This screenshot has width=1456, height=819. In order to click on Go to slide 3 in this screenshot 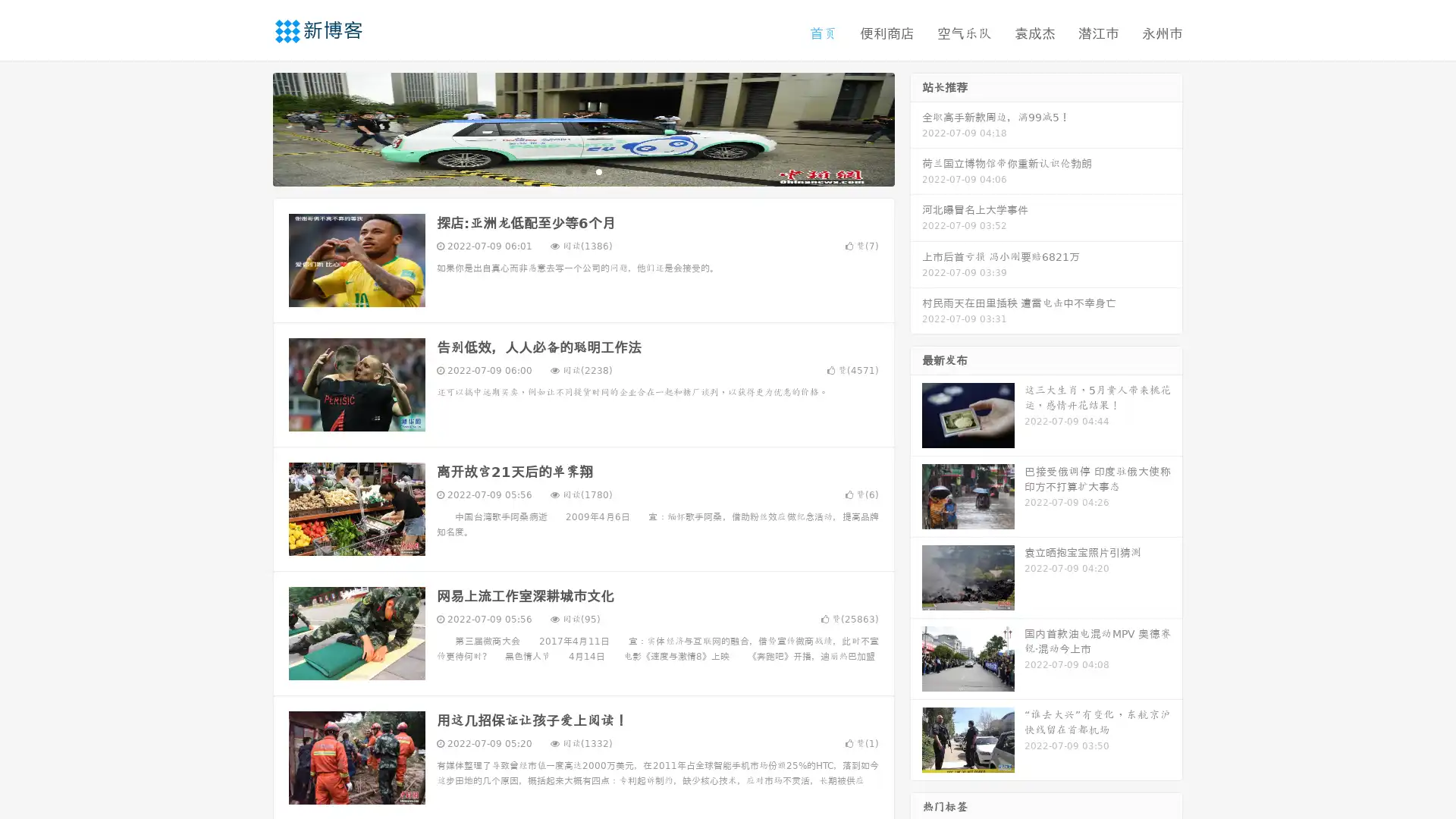, I will do `click(598, 171)`.